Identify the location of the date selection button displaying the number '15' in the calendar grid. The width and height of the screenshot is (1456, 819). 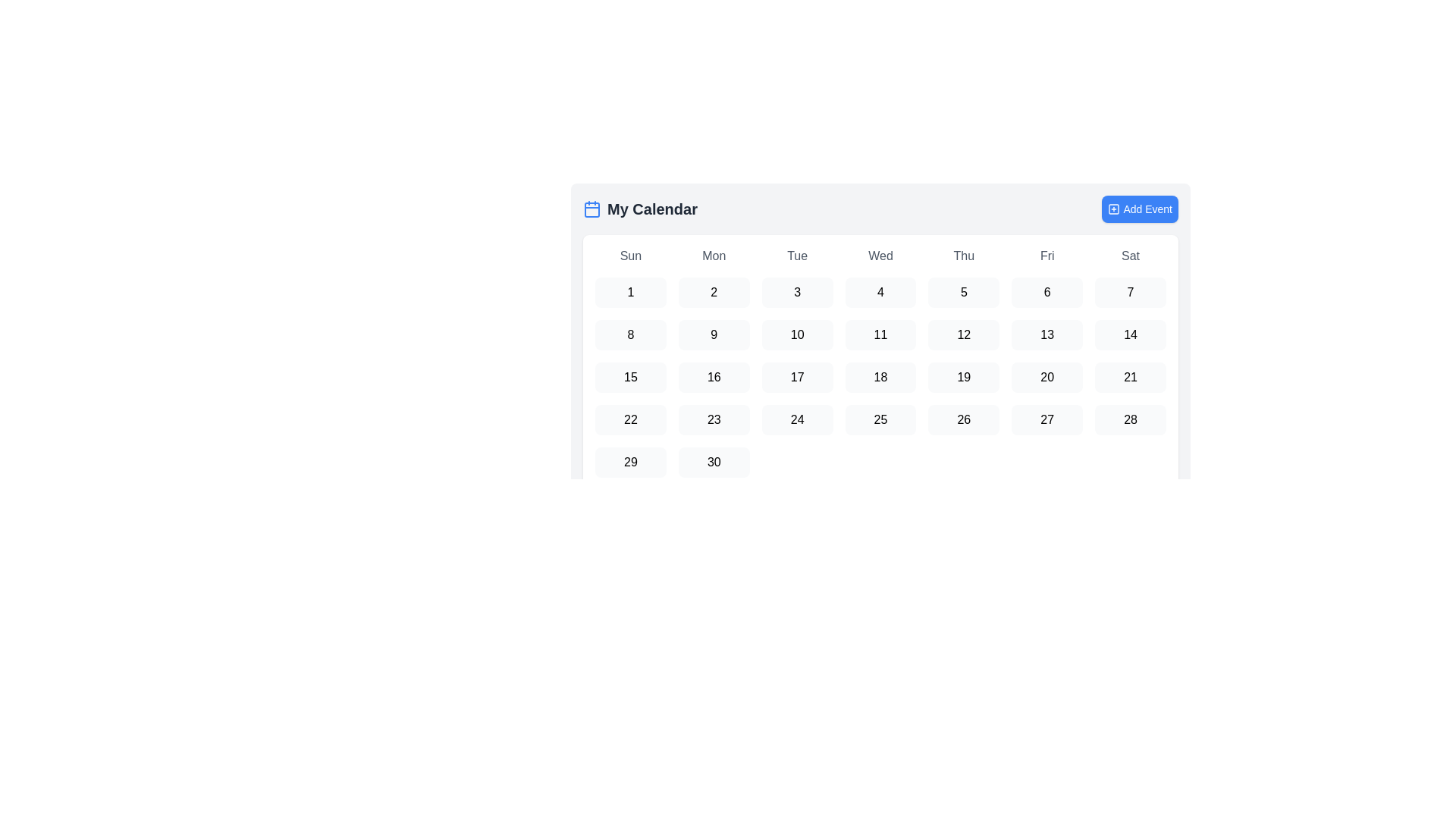
(630, 376).